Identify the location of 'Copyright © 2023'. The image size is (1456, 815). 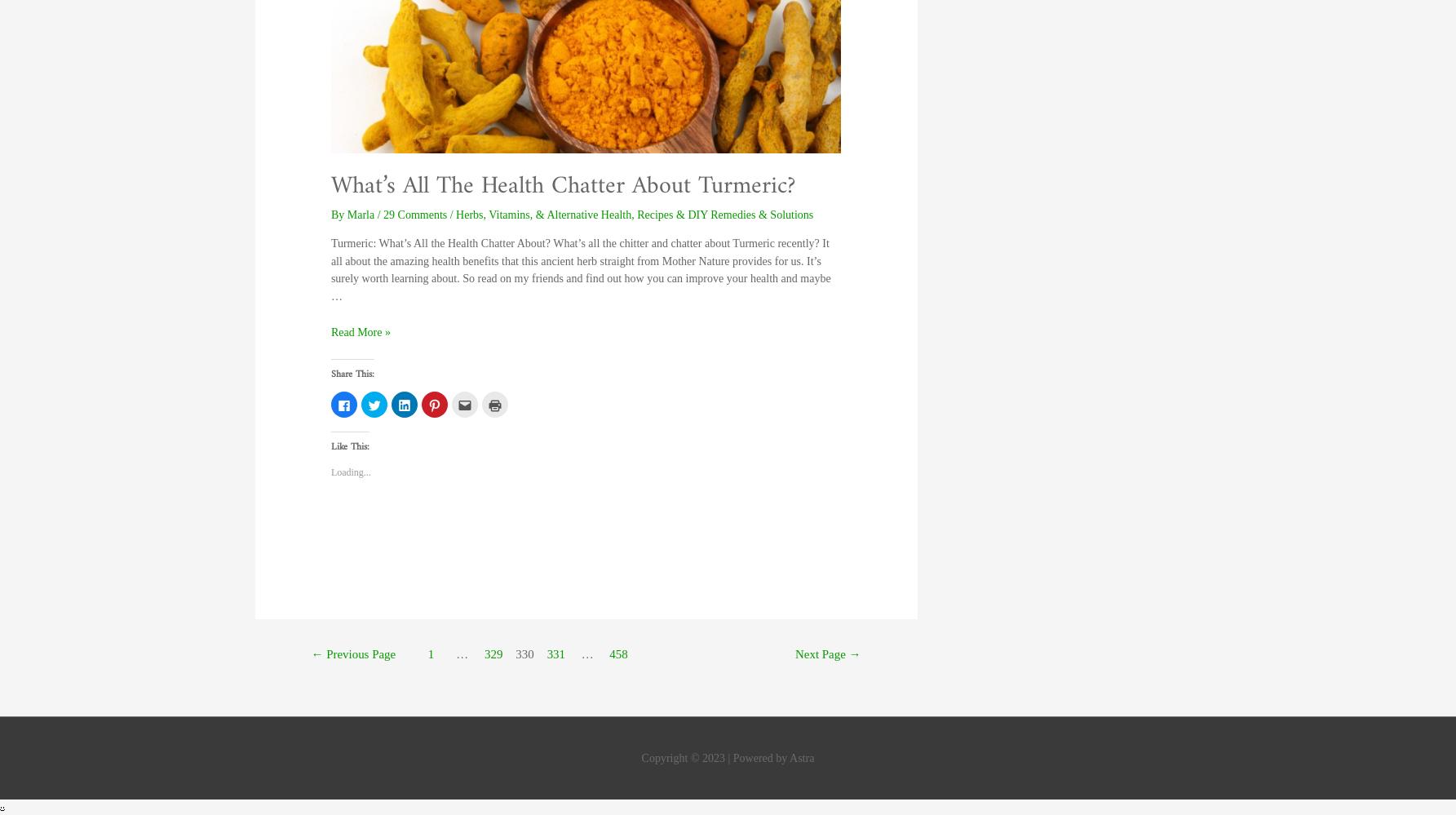
(684, 757).